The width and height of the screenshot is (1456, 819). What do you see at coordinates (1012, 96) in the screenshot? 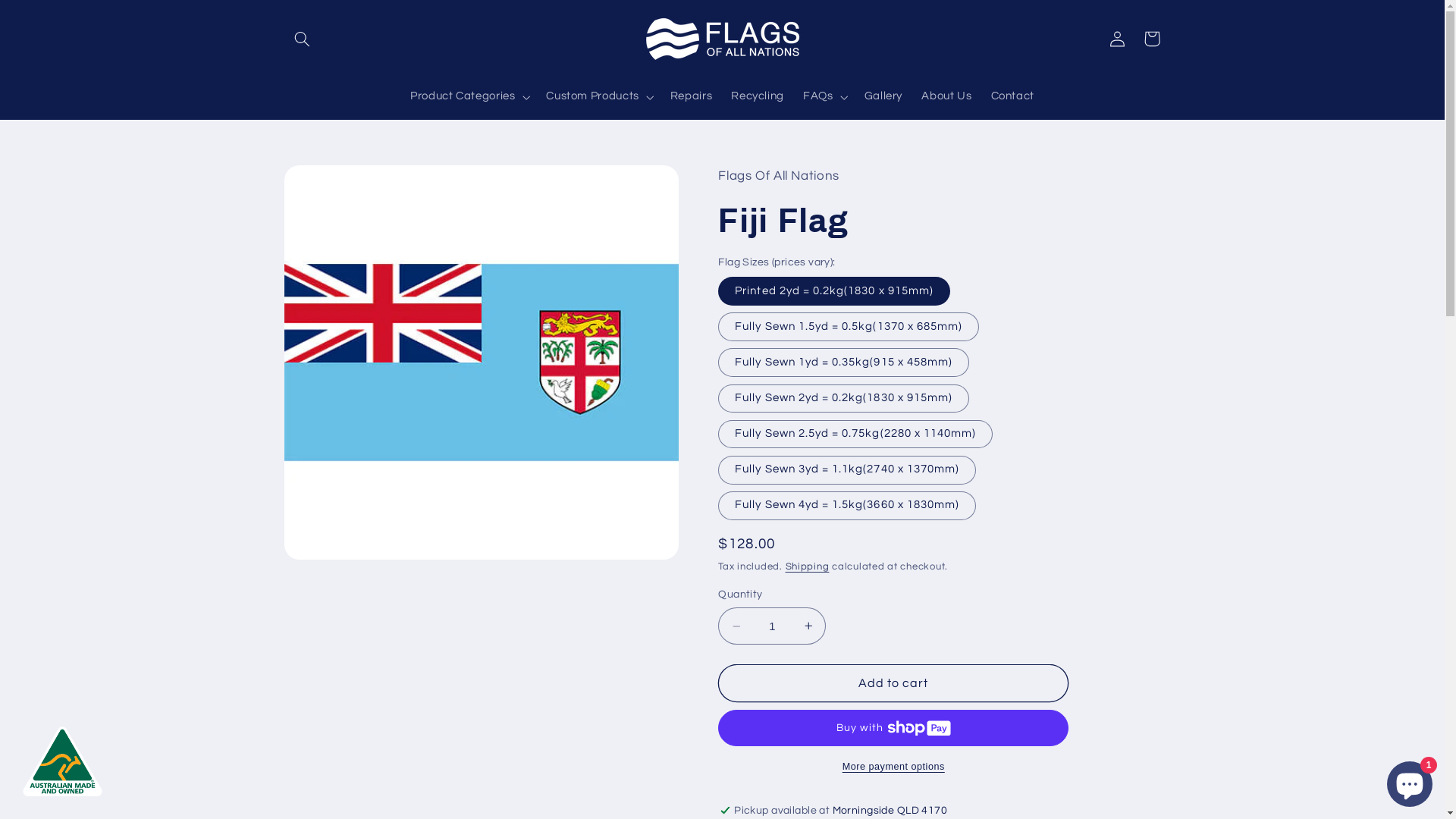
I see `'Contact'` at bounding box center [1012, 96].